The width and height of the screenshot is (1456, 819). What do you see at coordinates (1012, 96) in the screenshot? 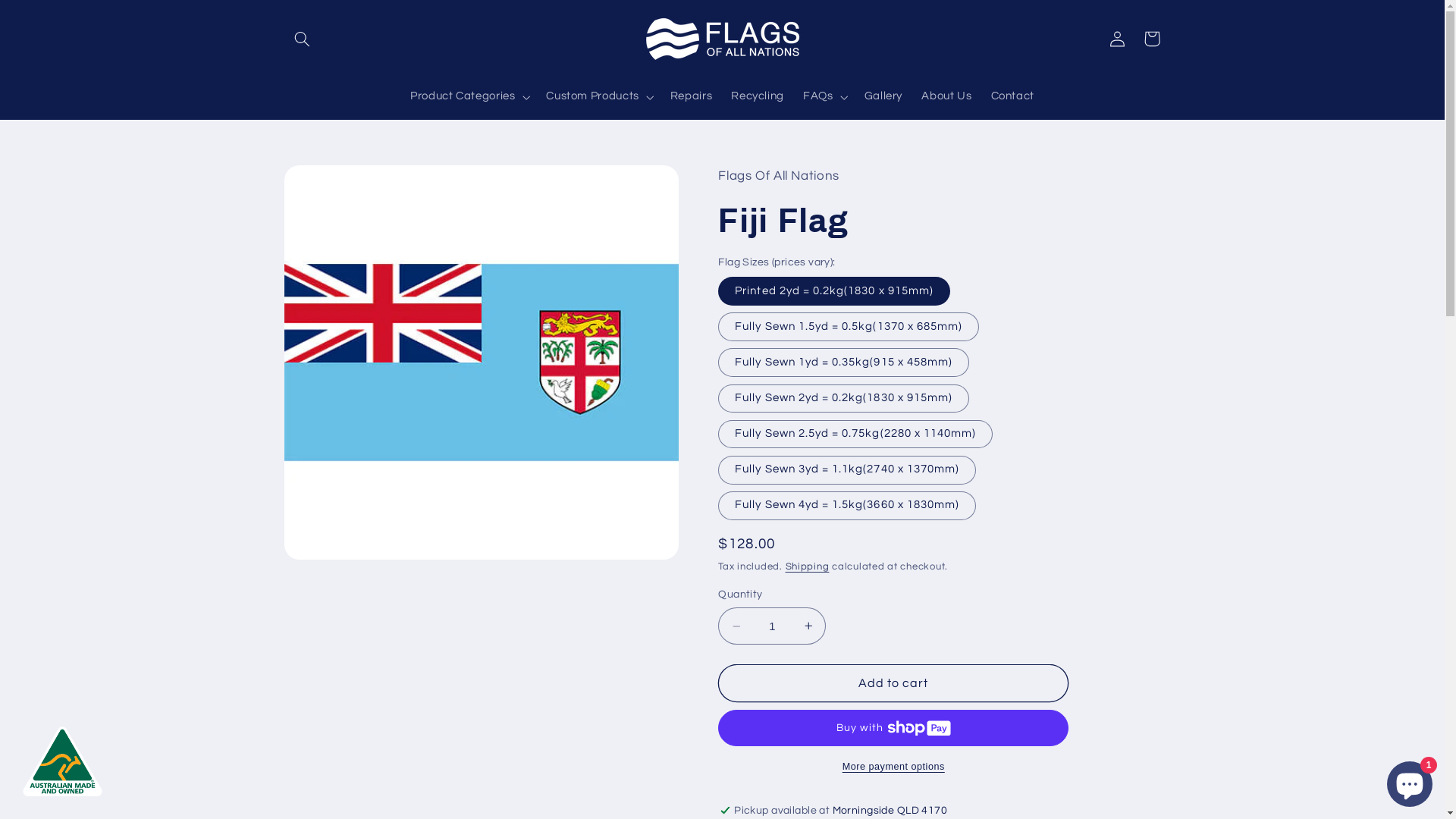
I see `'Contact'` at bounding box center [1012, 96].